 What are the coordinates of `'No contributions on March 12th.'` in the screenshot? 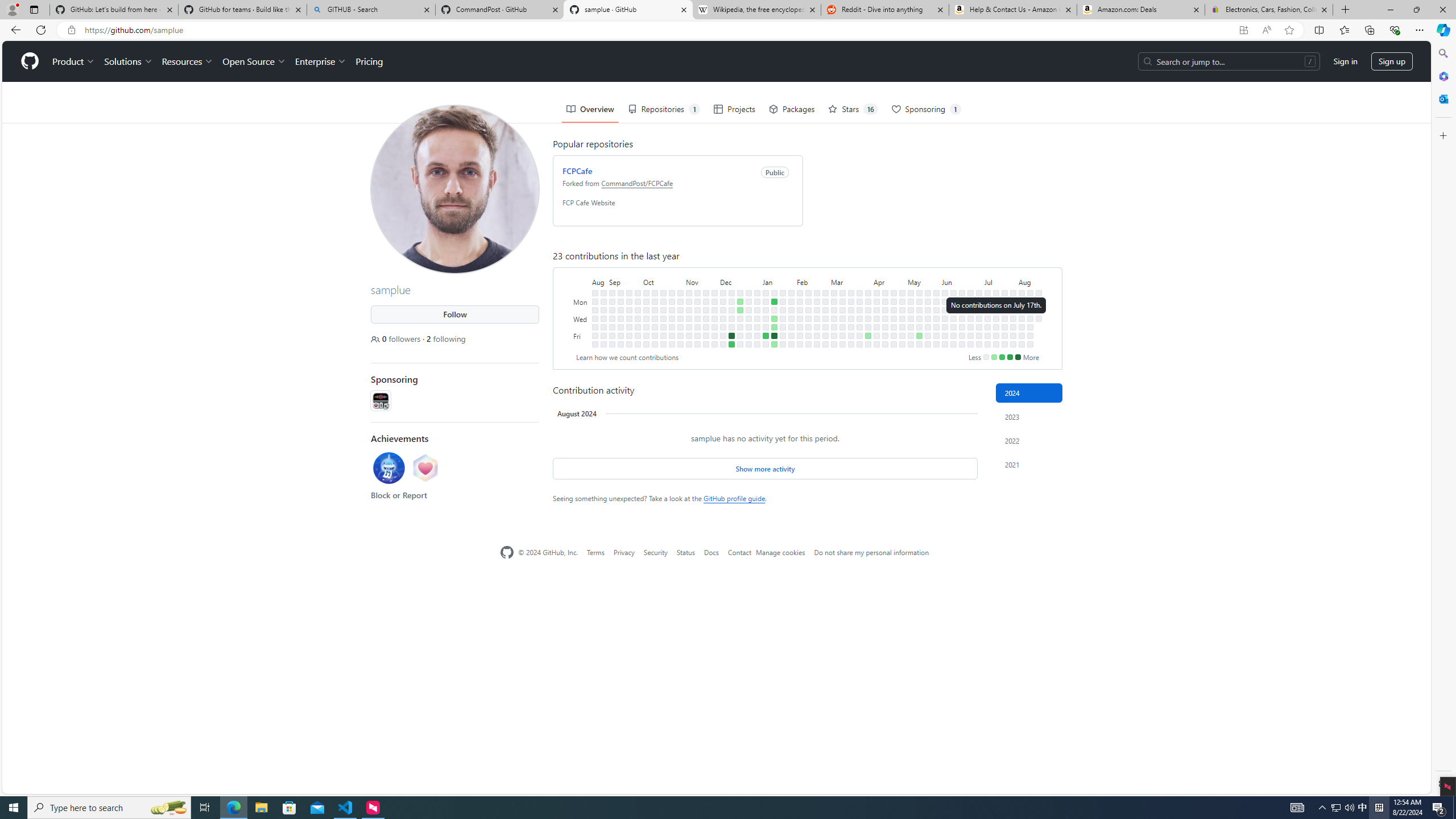 It's located at (842, 309).